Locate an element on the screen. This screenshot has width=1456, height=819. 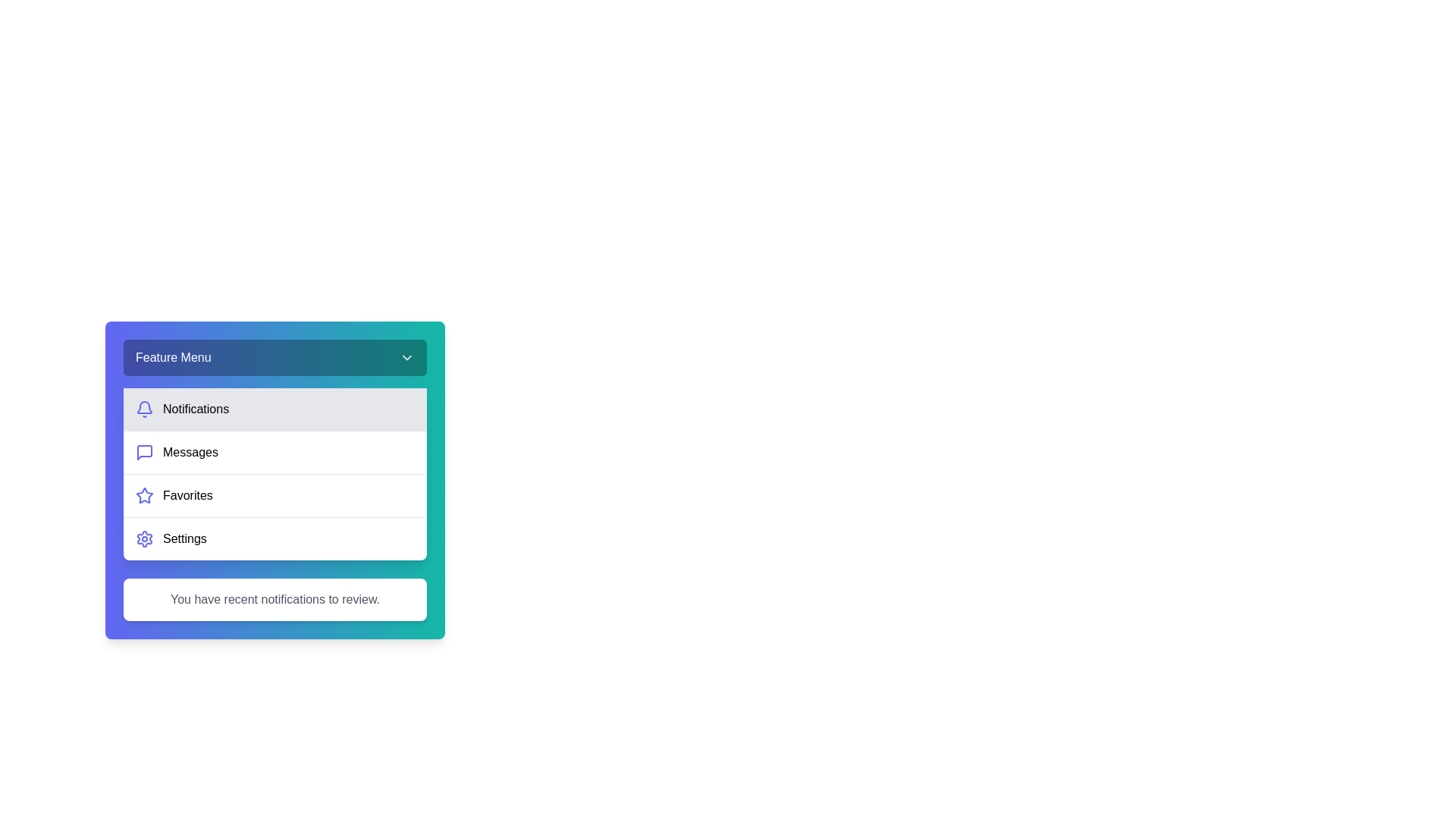
the downward-pointing chevron icon on the right side of the 'Feature Menu' header is located at coordinates (407, 357).